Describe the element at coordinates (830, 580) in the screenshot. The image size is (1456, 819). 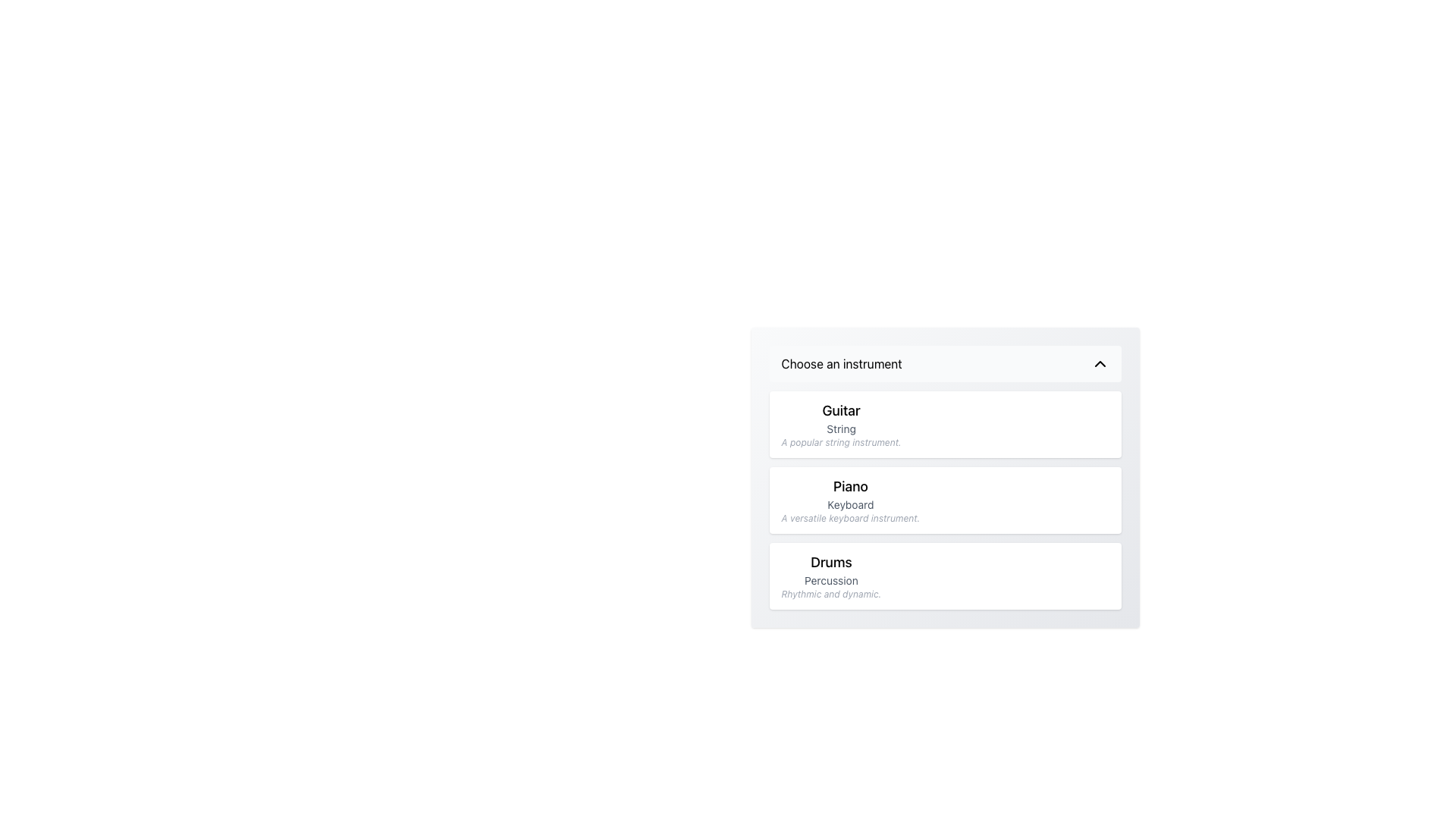
I see `the static text label element that describes the 'Drums' item, which is centered below the title 'Drums' and above the tagline 'Rhythmic and dynamic.'` at that location.